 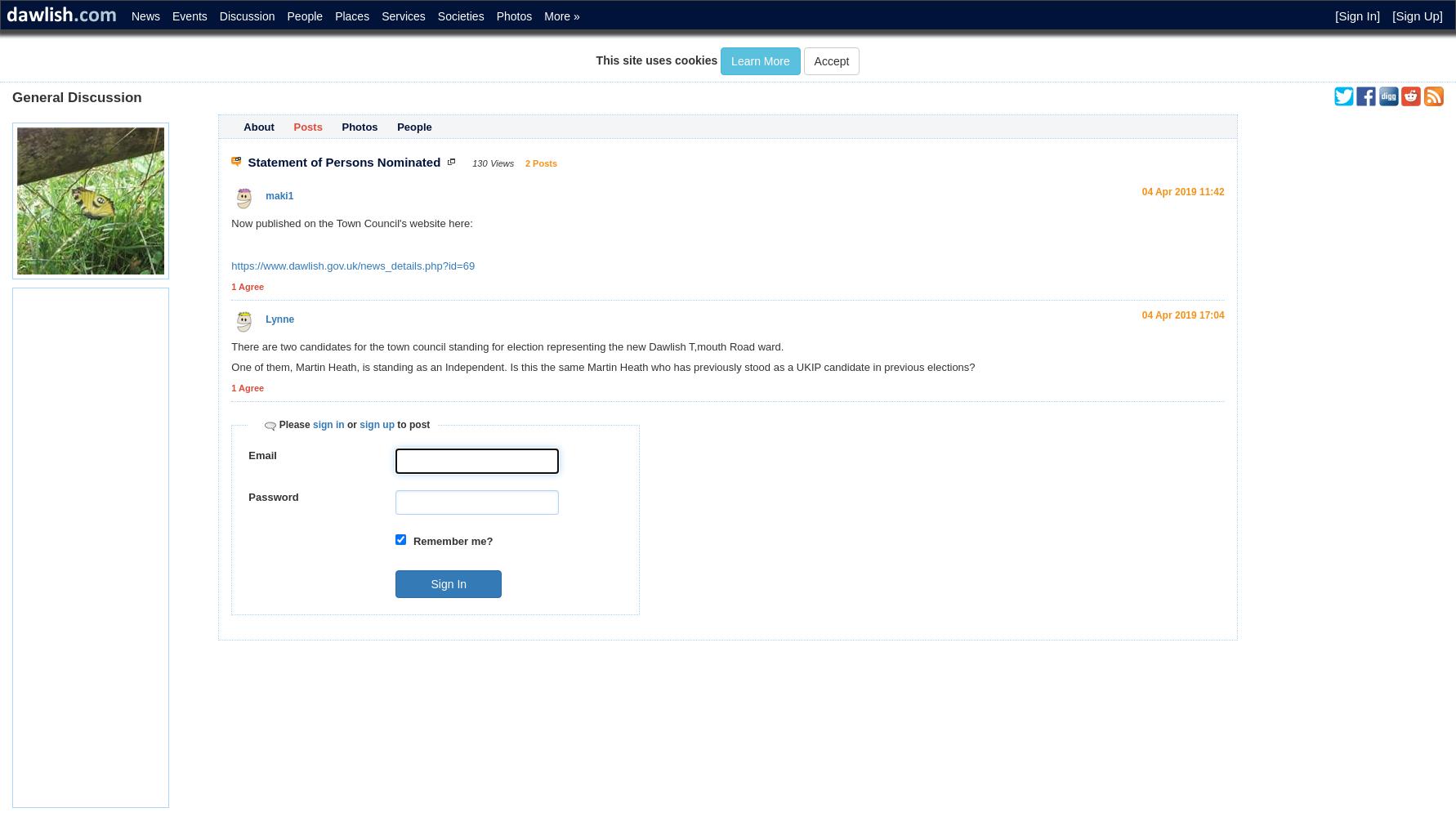 I want to click on 'Password', so click(x=272, y=495).